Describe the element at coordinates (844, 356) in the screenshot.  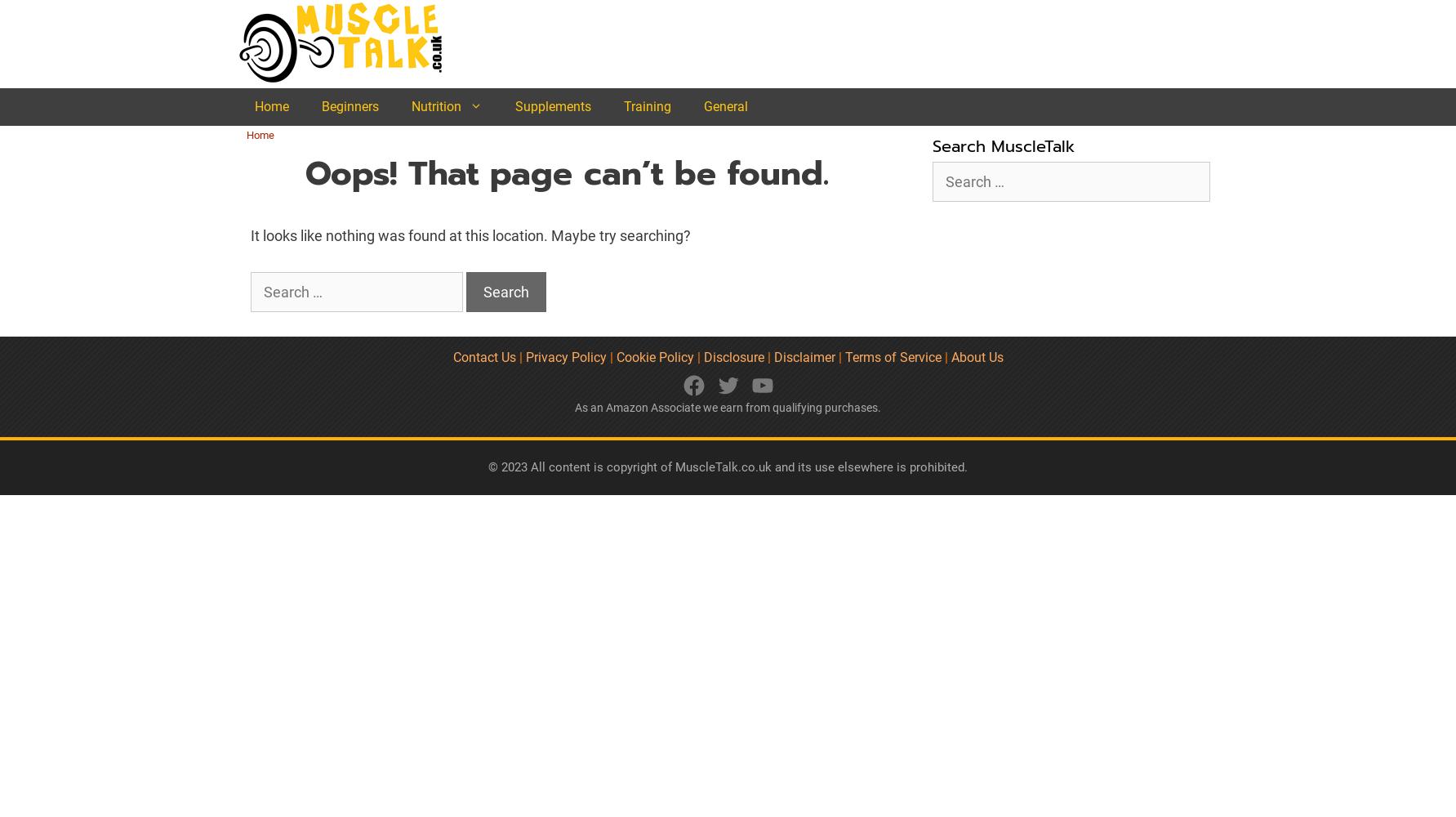
I see `'Terms of Service'` at that location.